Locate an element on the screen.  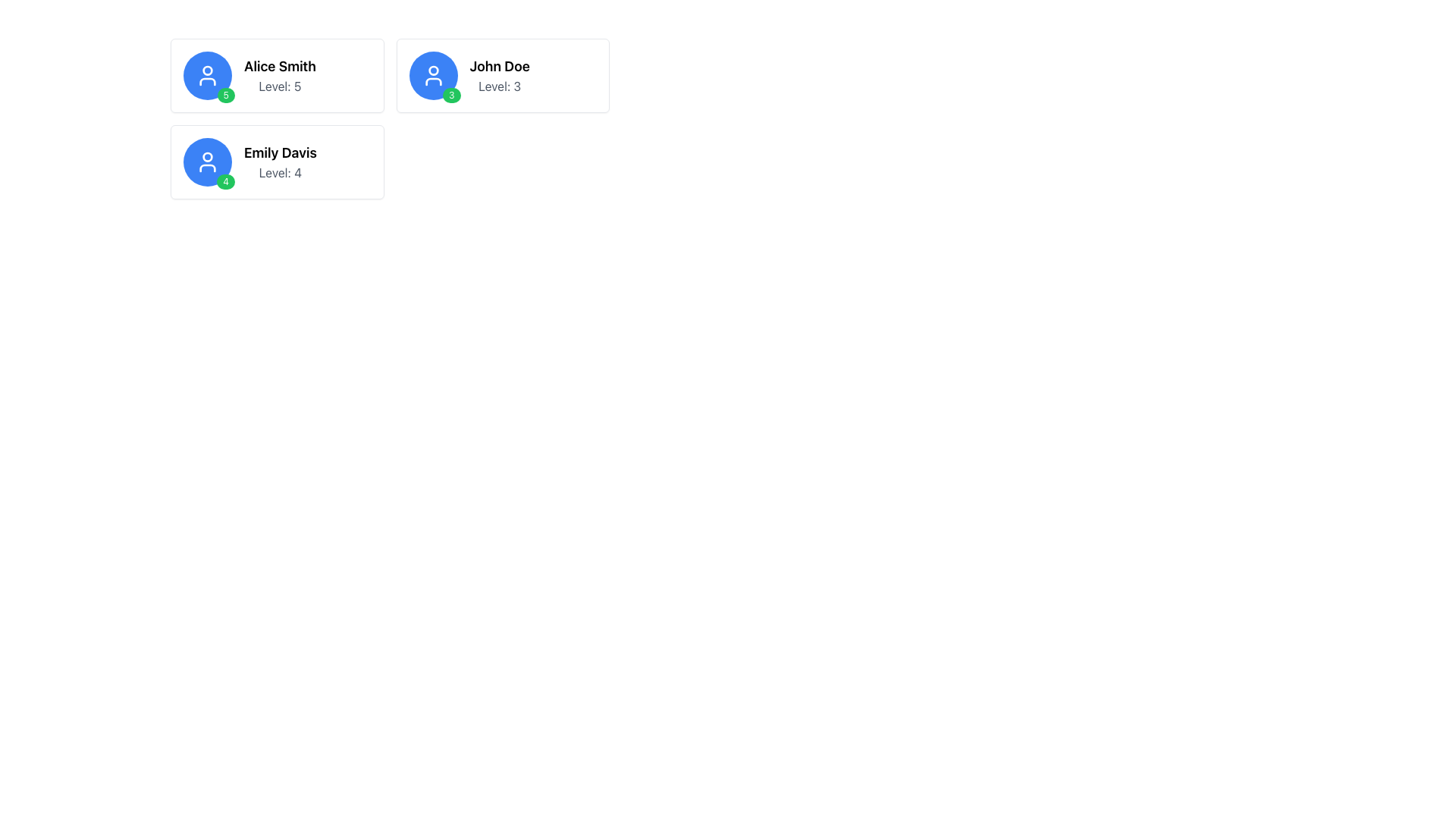
the small circular badge with a green background and white text displaying '4', located at the bottom-right corner of the blue user icon representing Emily Davis's level is located at coordinates (225, 180).